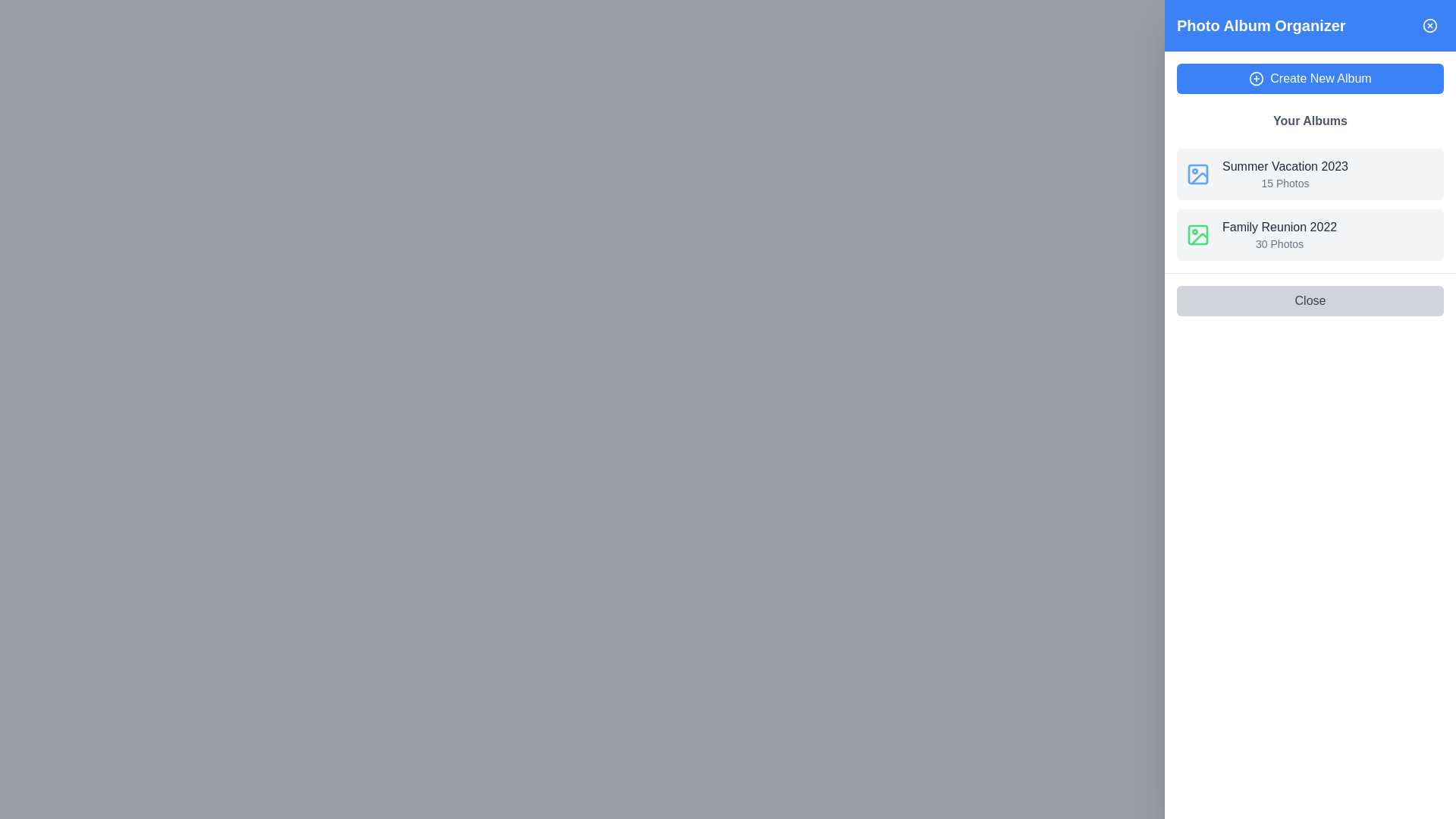 Image resolution: width=1456 pixels, height=819 pixels. What do you see at coordinates (1310, 234) in the screenshot?
I see `the second album summary card in the 'Your Albums' section` at bounding box center [1310, 234].